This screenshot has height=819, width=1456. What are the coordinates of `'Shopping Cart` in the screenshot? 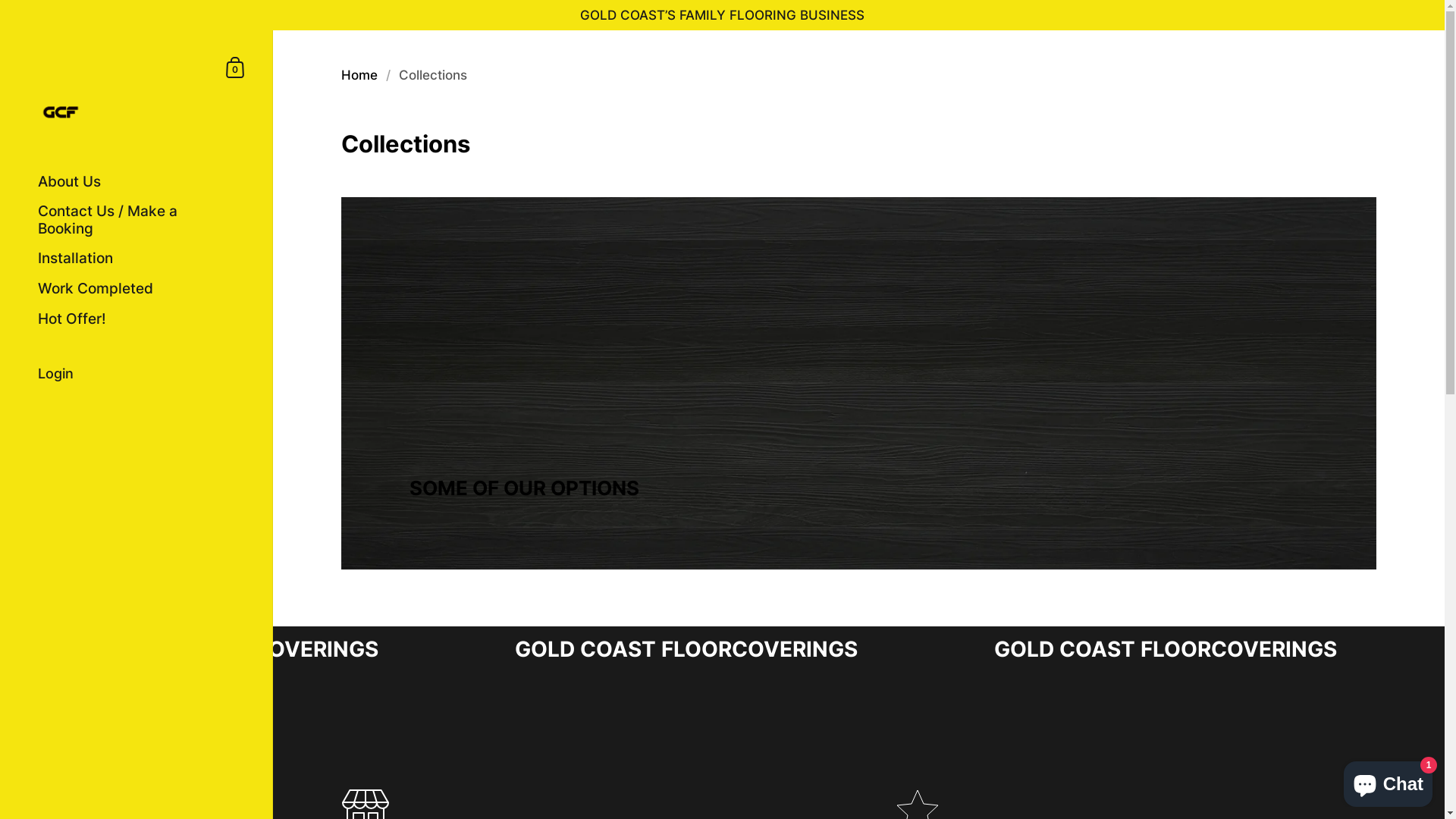 It's located at (235, 66).